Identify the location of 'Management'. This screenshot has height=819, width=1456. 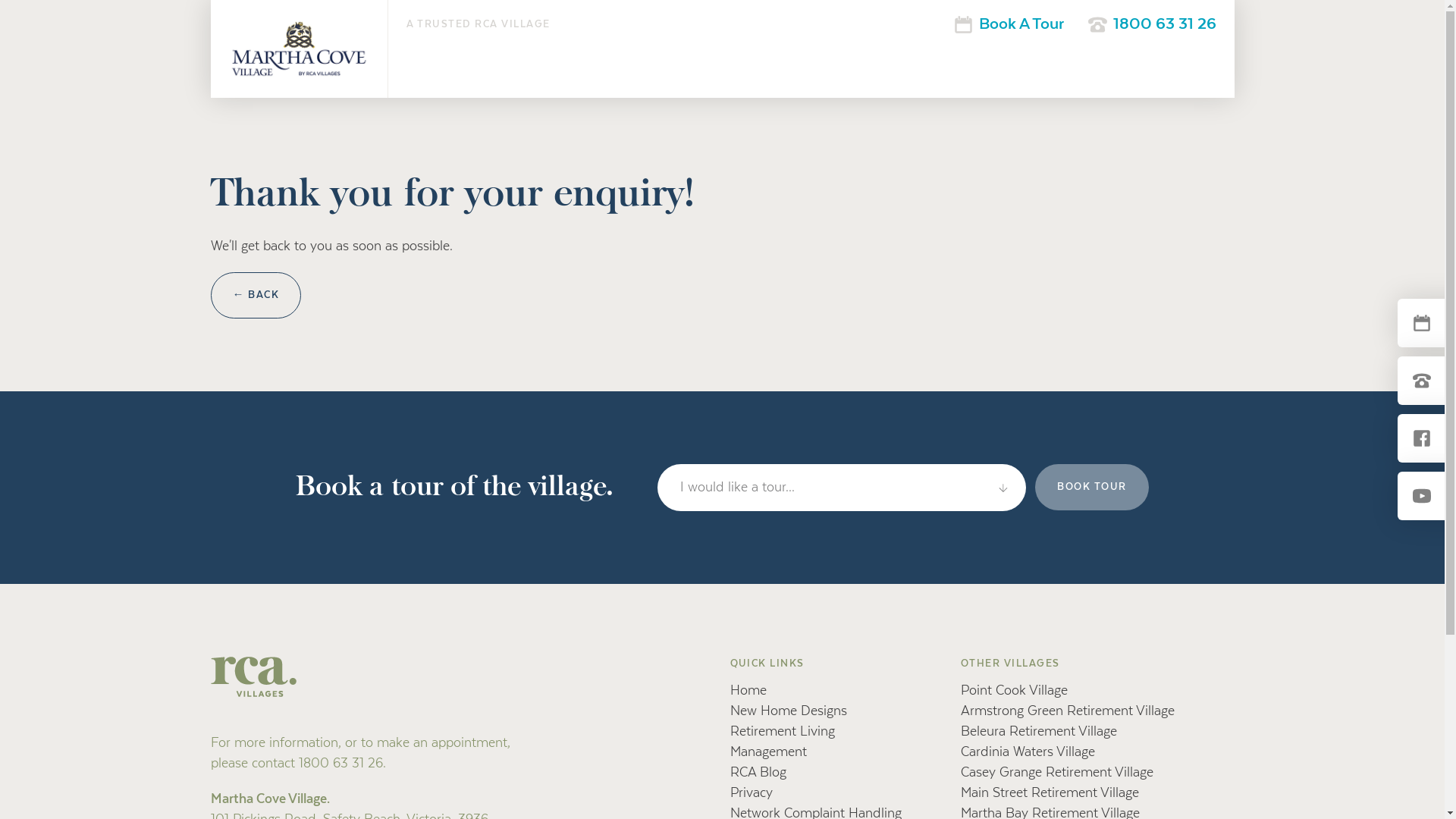
(767, 752).